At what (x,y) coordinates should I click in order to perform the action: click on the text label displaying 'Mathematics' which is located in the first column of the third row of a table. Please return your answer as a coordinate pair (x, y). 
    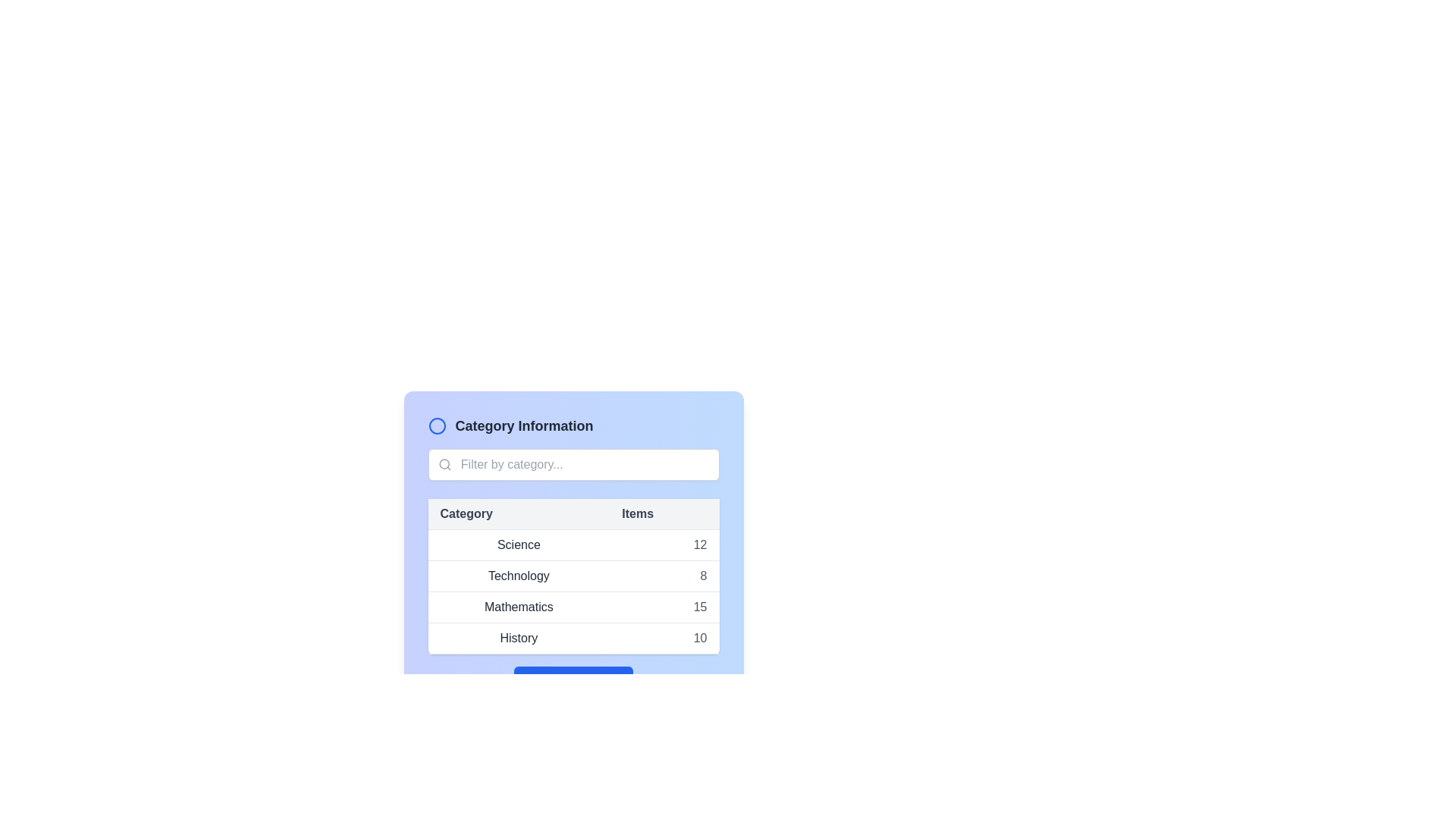
    Looking at the image, I should click on (519, 607).